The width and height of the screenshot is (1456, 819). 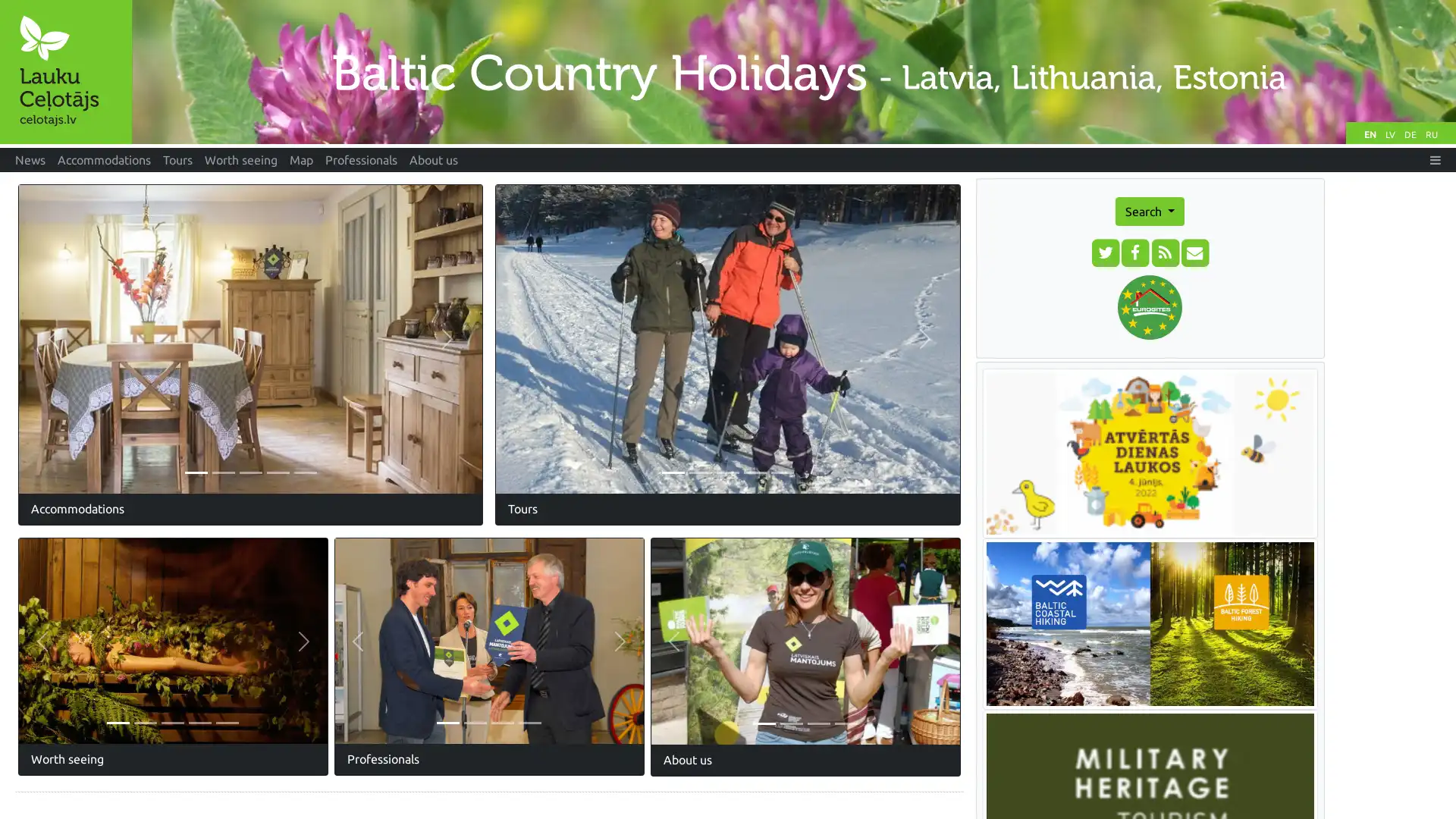 What do you see at coordinates (935, 641) in the screenshot?
I see `Next` at bounding box center [935, 641].